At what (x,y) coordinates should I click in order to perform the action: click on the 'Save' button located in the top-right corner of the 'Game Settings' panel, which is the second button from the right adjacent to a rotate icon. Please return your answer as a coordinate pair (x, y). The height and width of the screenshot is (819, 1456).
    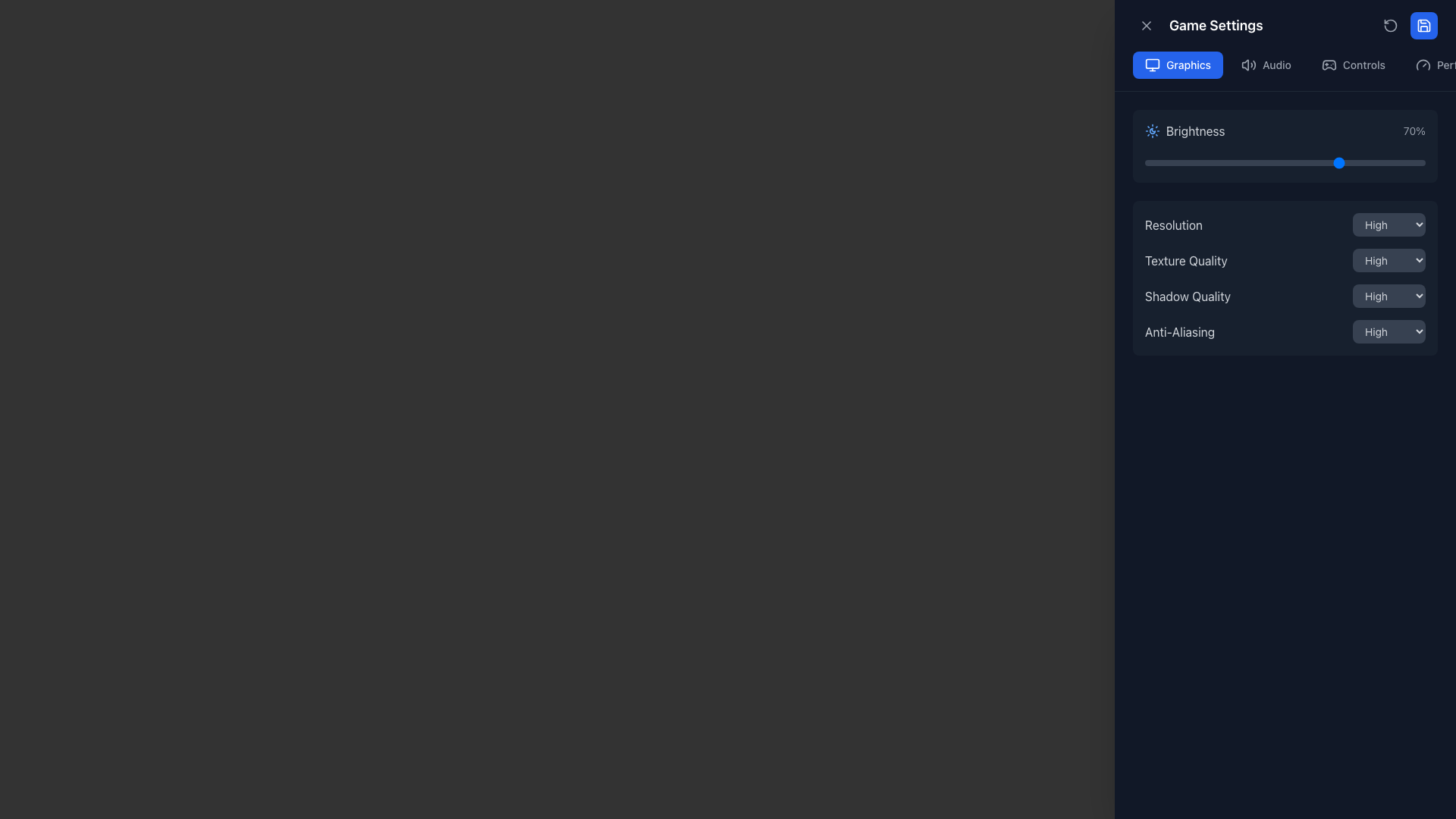
    Looking at the image, I should click on (1423, 26).